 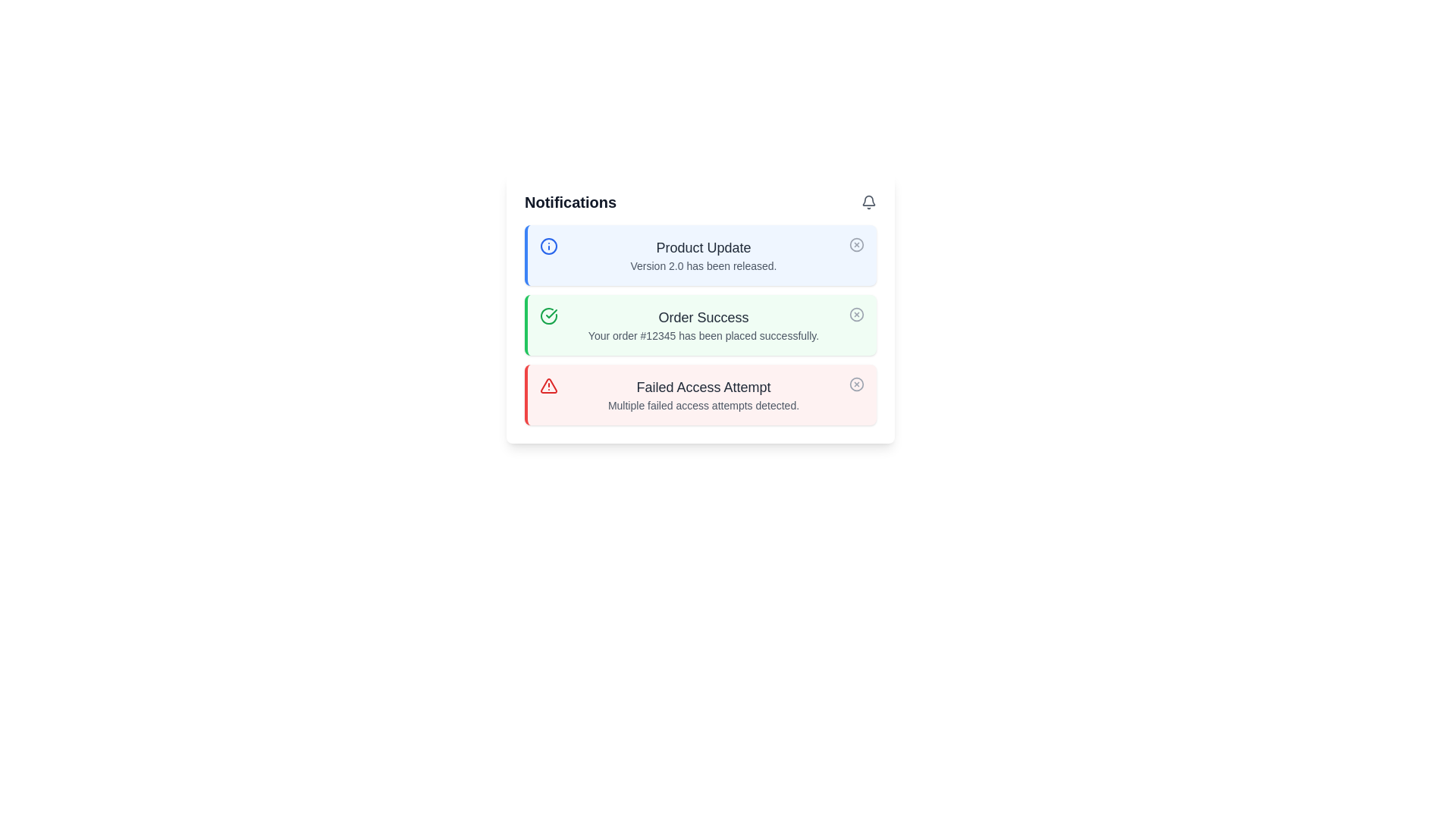 I want to click on the circular graphical element that serves as part of the dismiss button in the 'Order Success' notification row, so click(x=856, y=314).